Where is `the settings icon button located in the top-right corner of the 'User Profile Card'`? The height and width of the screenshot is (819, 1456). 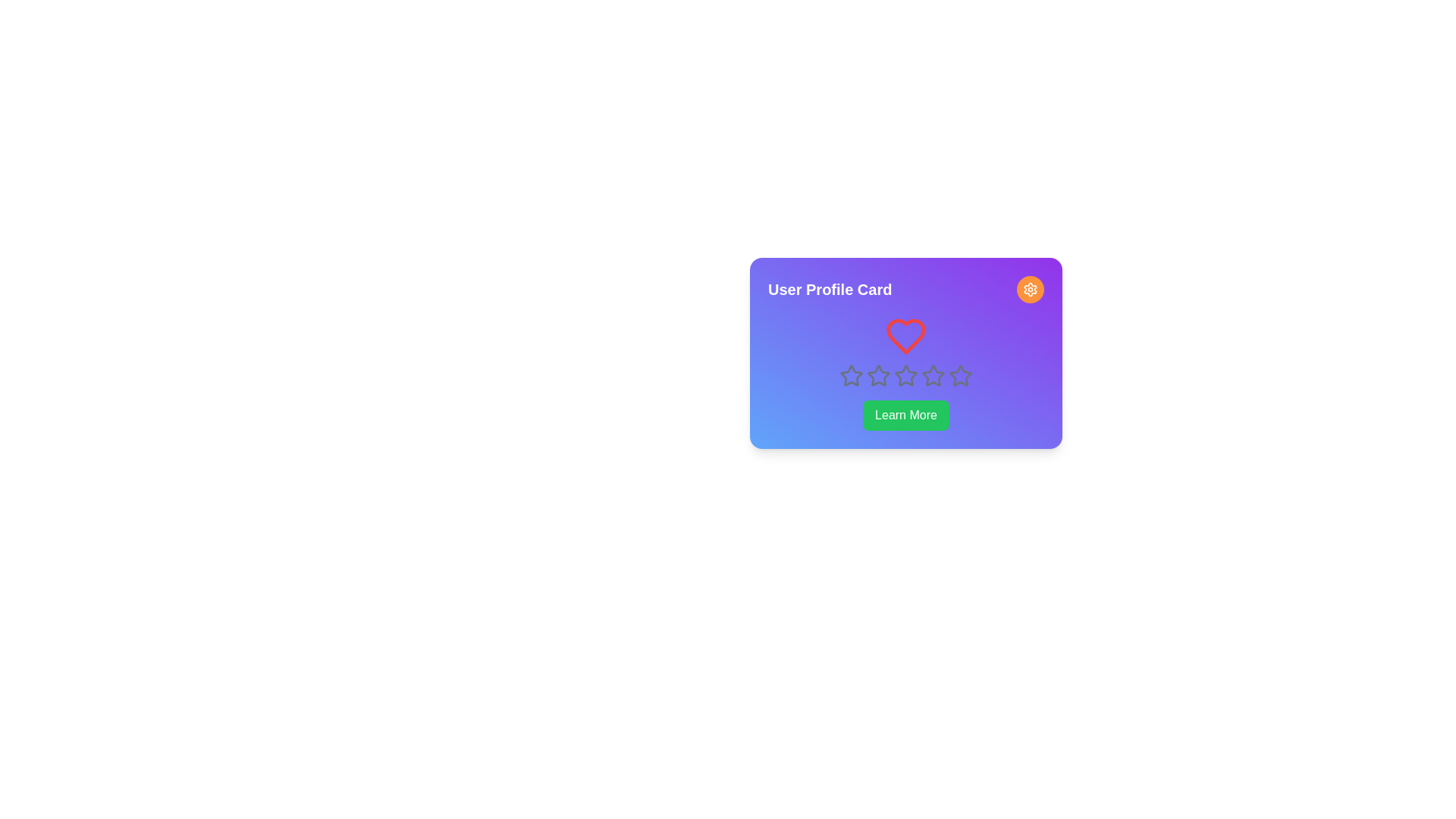 the settings icon button located in the top-right corner of the 'User Profile Card' is located at coordinates (1030, 289).